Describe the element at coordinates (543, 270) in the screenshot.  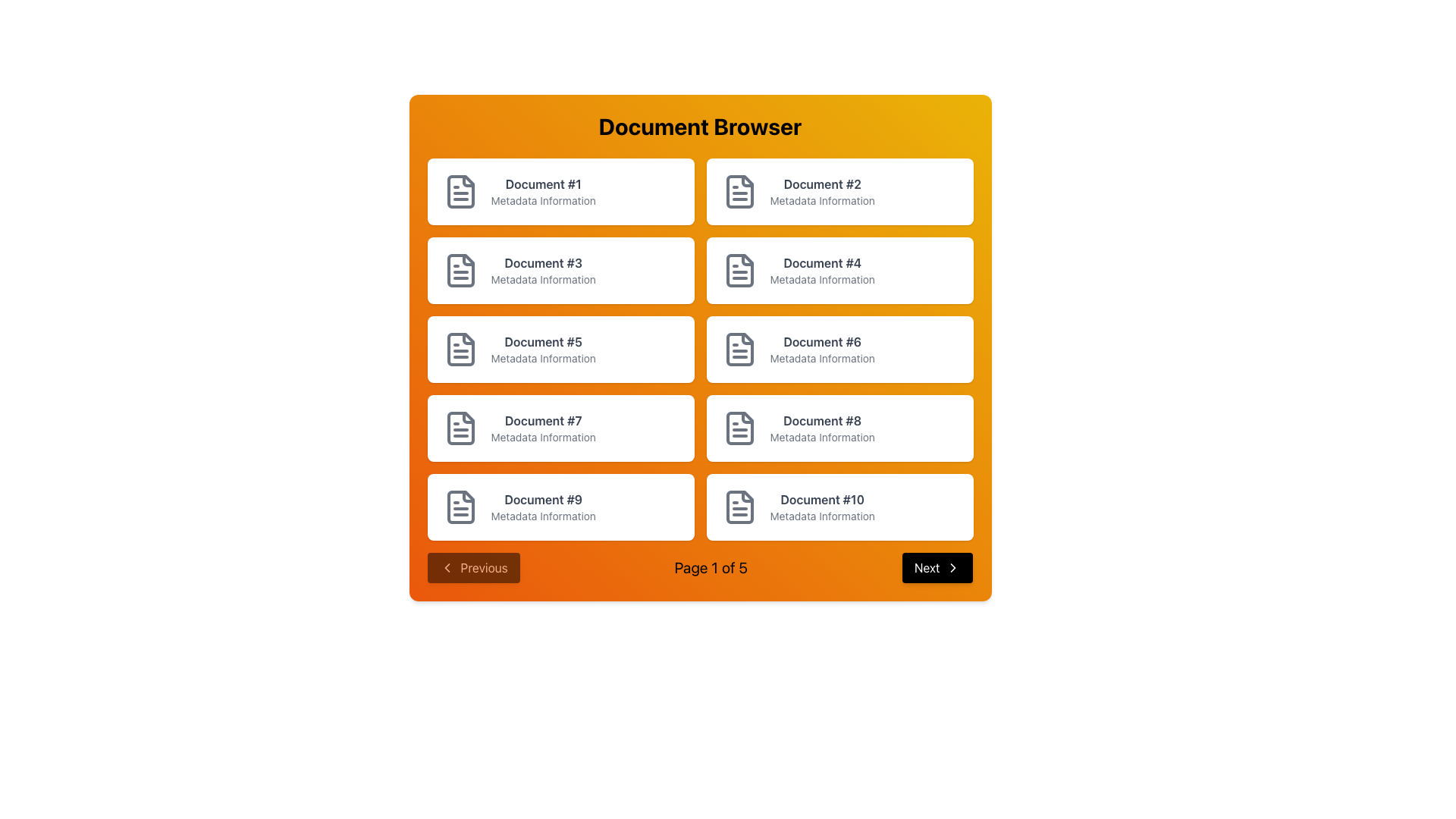
I see `the header text label that provides identification and additional information about the content of the card, located in the third position of the left column in the grid layout` at that location.